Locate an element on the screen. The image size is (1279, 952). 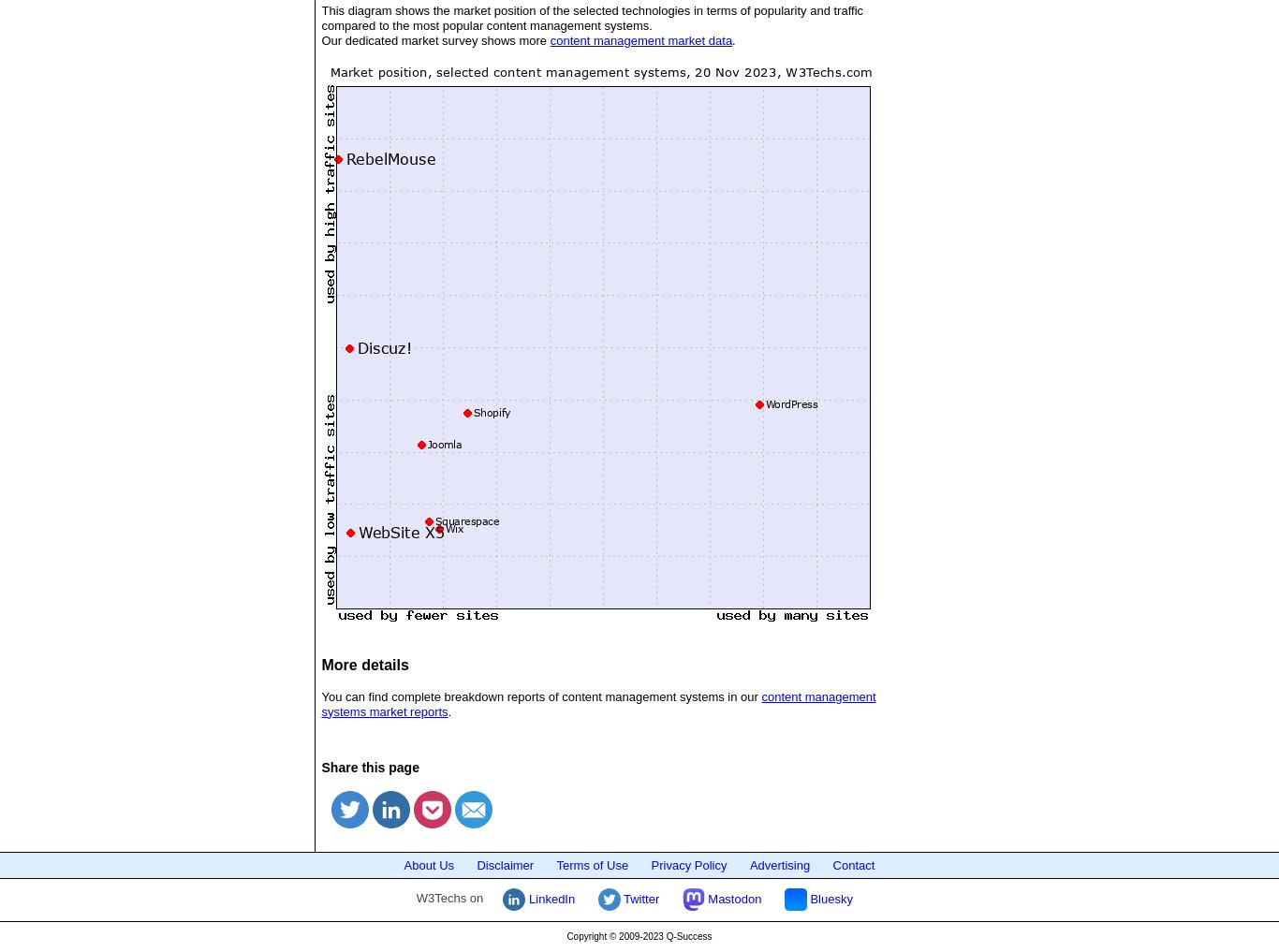
'Twitter' is located at coordinates (639, 897).